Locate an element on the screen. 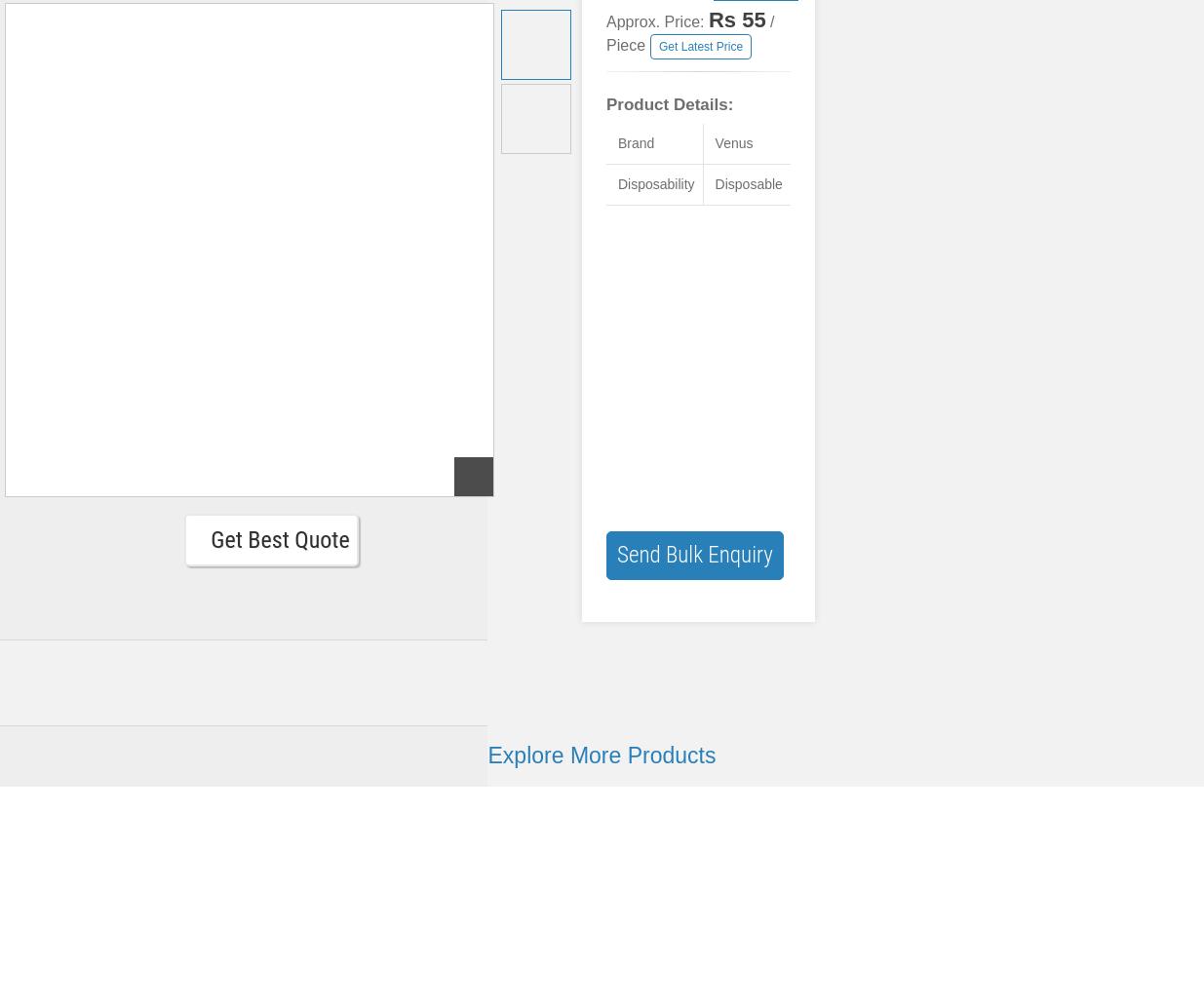  'Brand' is located at coordinates (636, 143).